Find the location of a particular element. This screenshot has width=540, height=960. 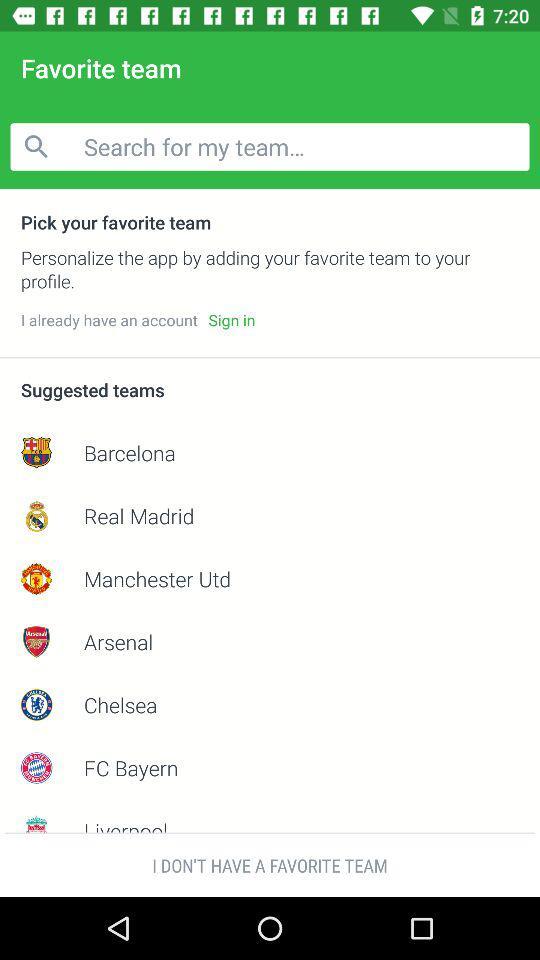

the icon below favorite team item is located at coordinates (270, 145).